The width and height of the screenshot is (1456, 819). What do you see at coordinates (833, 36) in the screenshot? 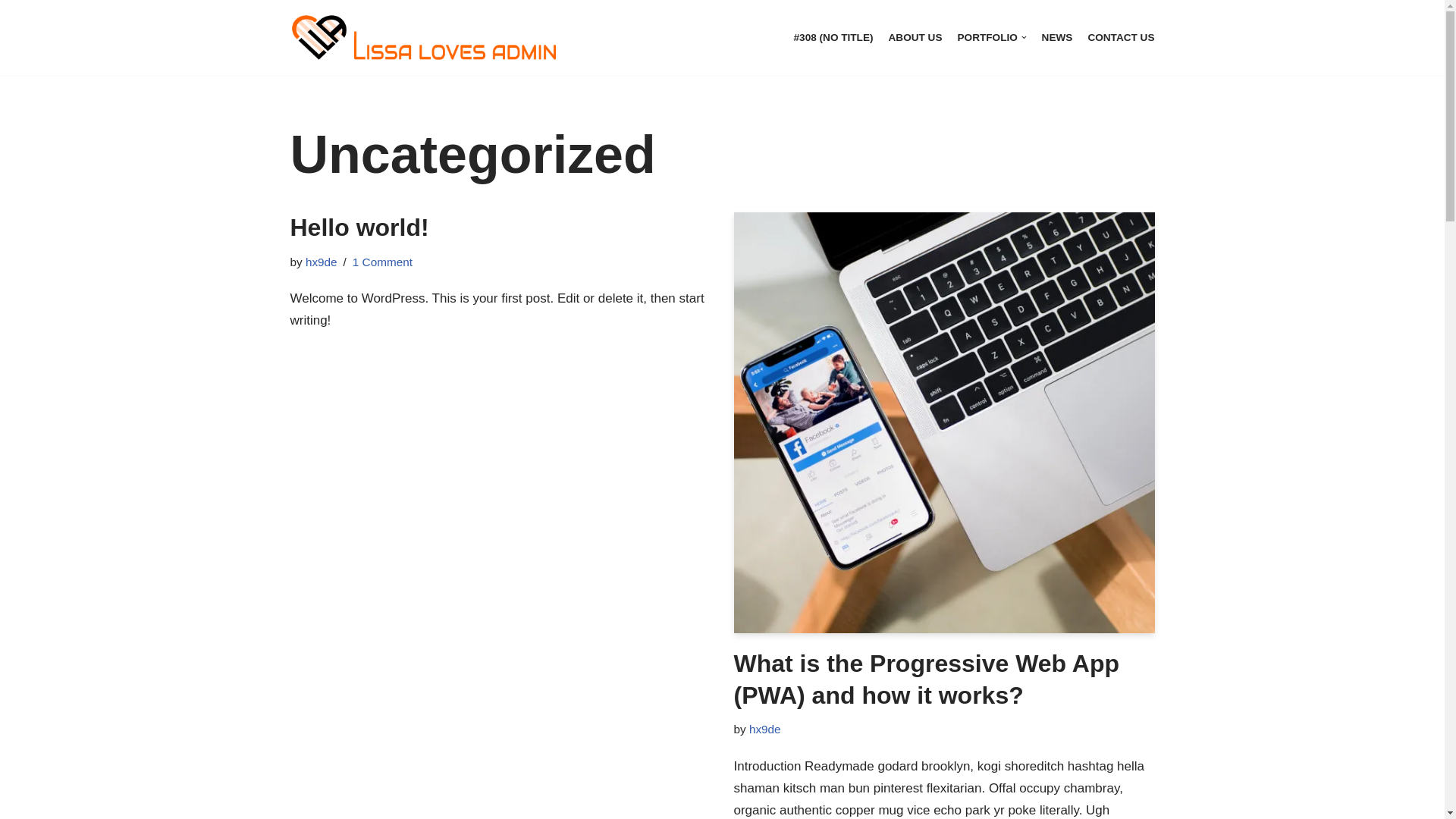
I see `'#308 (NO TITLE)'` at bounding box center [833, 36].